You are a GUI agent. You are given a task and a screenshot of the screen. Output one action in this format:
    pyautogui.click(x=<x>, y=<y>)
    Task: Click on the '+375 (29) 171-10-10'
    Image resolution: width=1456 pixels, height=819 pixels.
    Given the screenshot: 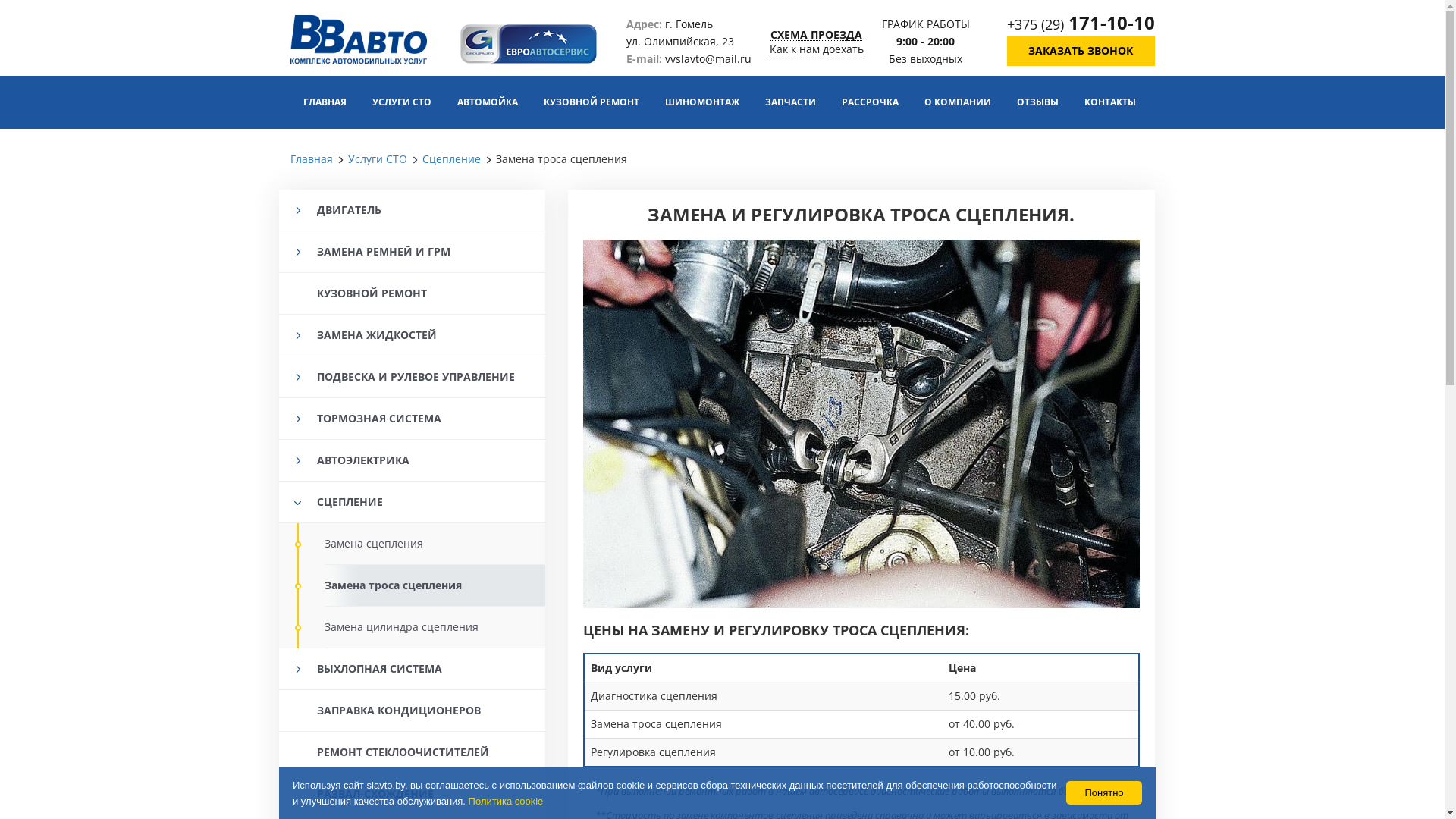 What is the action you would take?
    pyautogui.click(x=1080, y=24)
    